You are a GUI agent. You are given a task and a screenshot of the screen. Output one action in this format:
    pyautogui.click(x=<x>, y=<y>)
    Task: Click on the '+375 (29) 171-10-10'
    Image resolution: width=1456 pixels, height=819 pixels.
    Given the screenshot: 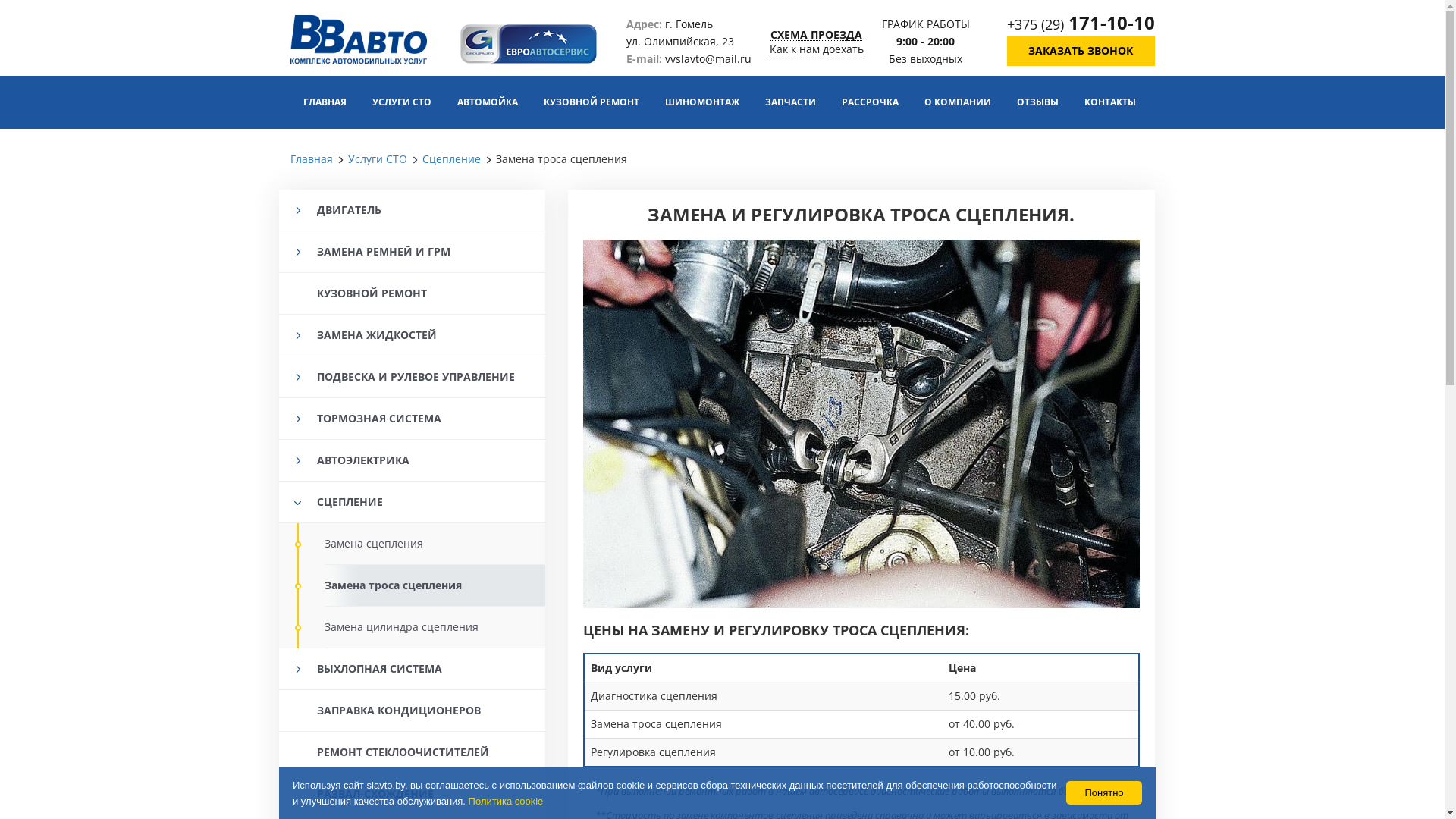 What is the action you would take?
    pyautogui.click(x=1080, y=24)
    